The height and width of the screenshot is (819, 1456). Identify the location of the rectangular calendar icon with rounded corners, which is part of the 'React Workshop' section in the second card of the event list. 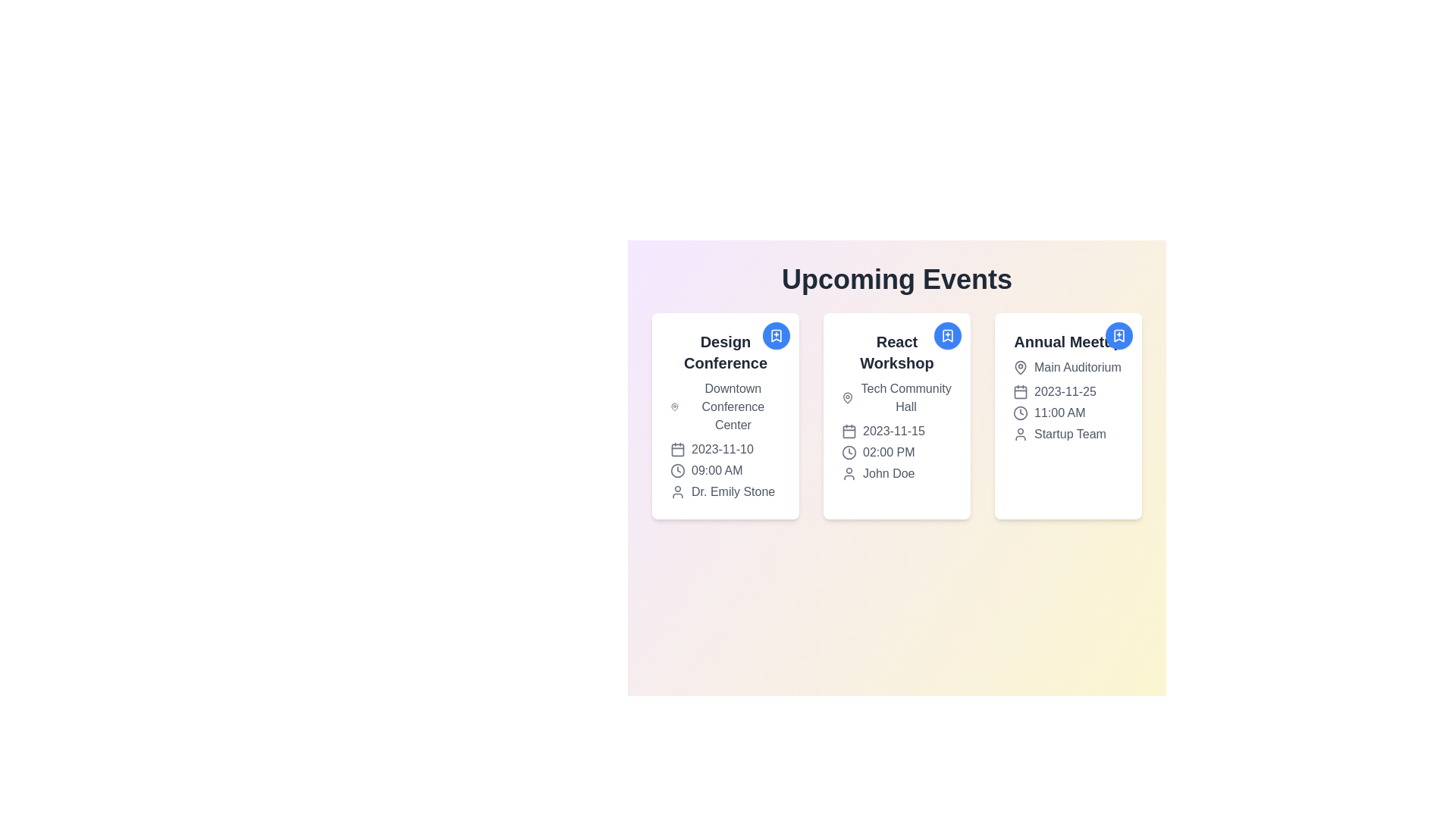
(848, 431).